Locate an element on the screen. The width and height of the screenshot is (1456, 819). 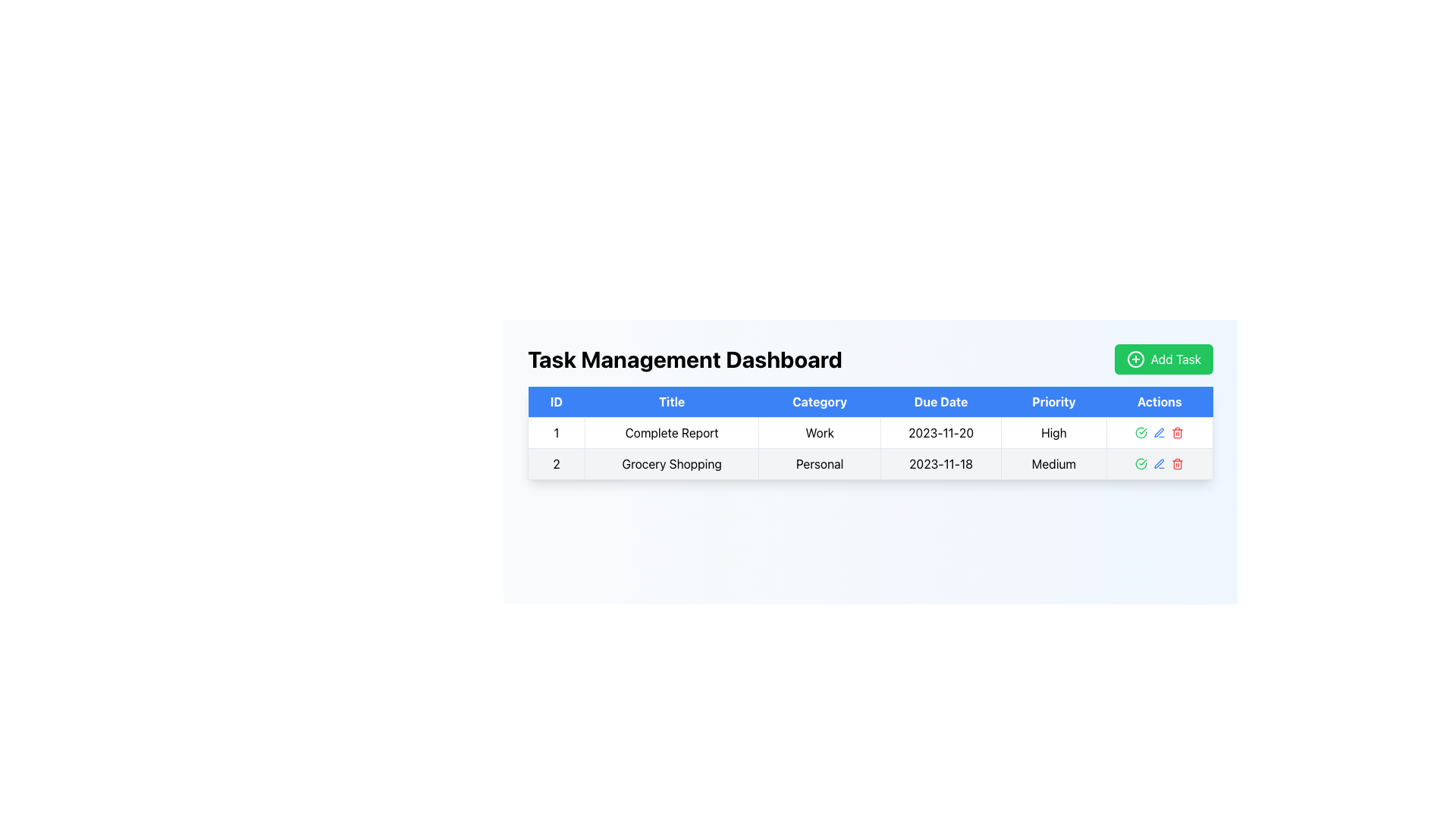
the bold text label displaying 'Task Management Dashboard' positioned above the 'Add Task' button is located at coordinates (684, 359).